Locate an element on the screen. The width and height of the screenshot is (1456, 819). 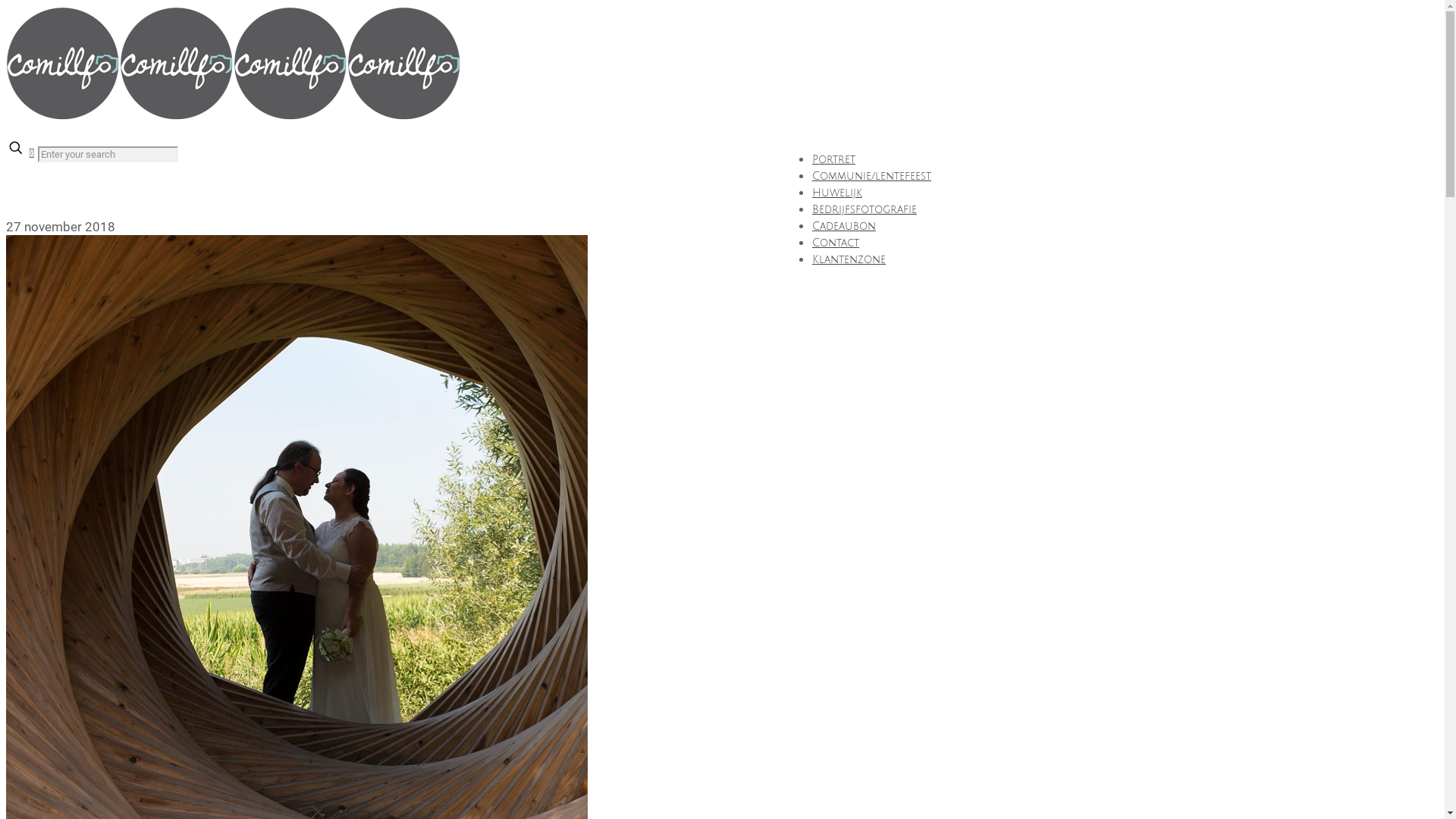
'Bedrijfsfotografie' is located at coordinates (864, 209).